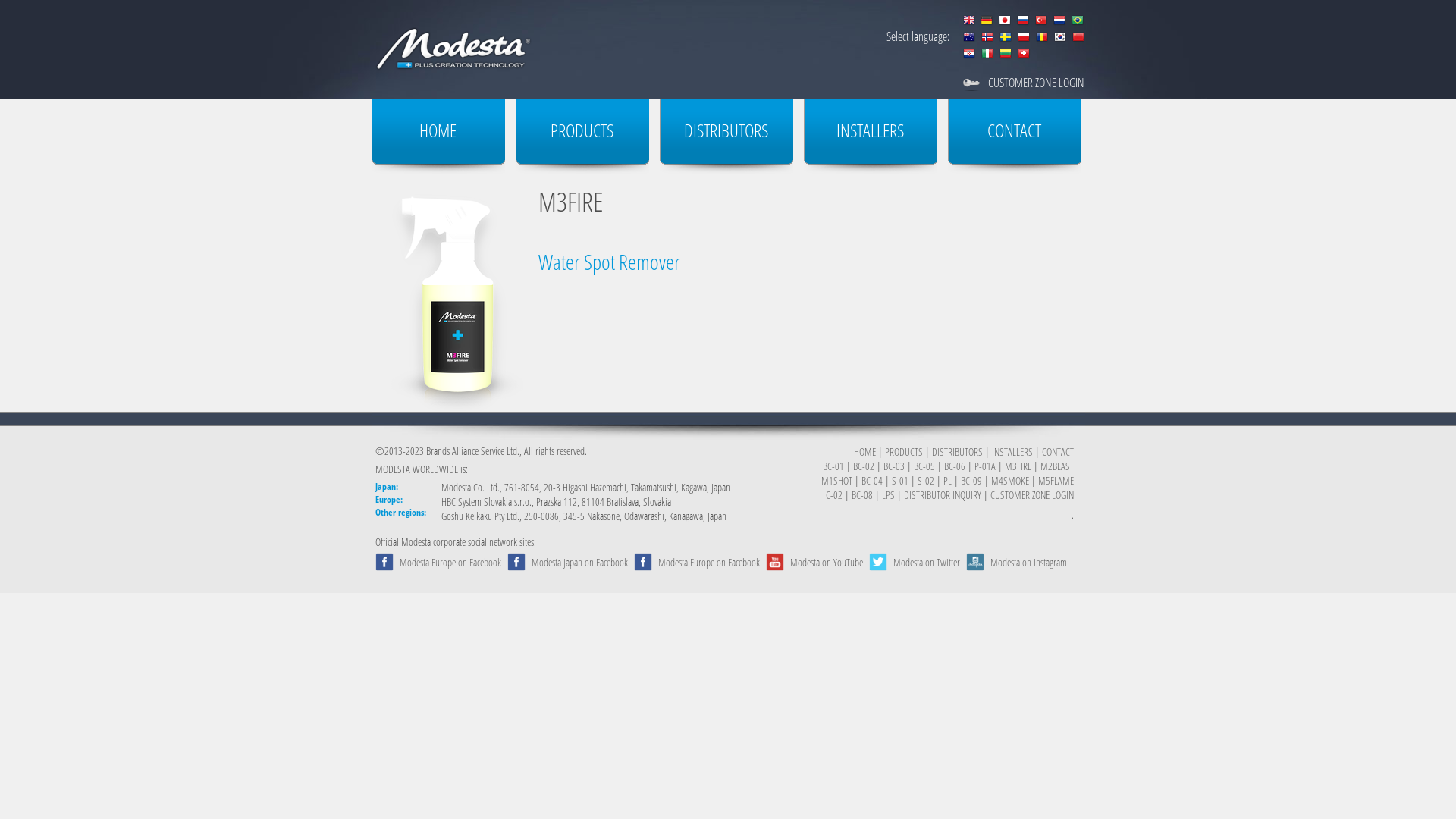  I want to click on 'M5FLAME', so click(1055, 480).